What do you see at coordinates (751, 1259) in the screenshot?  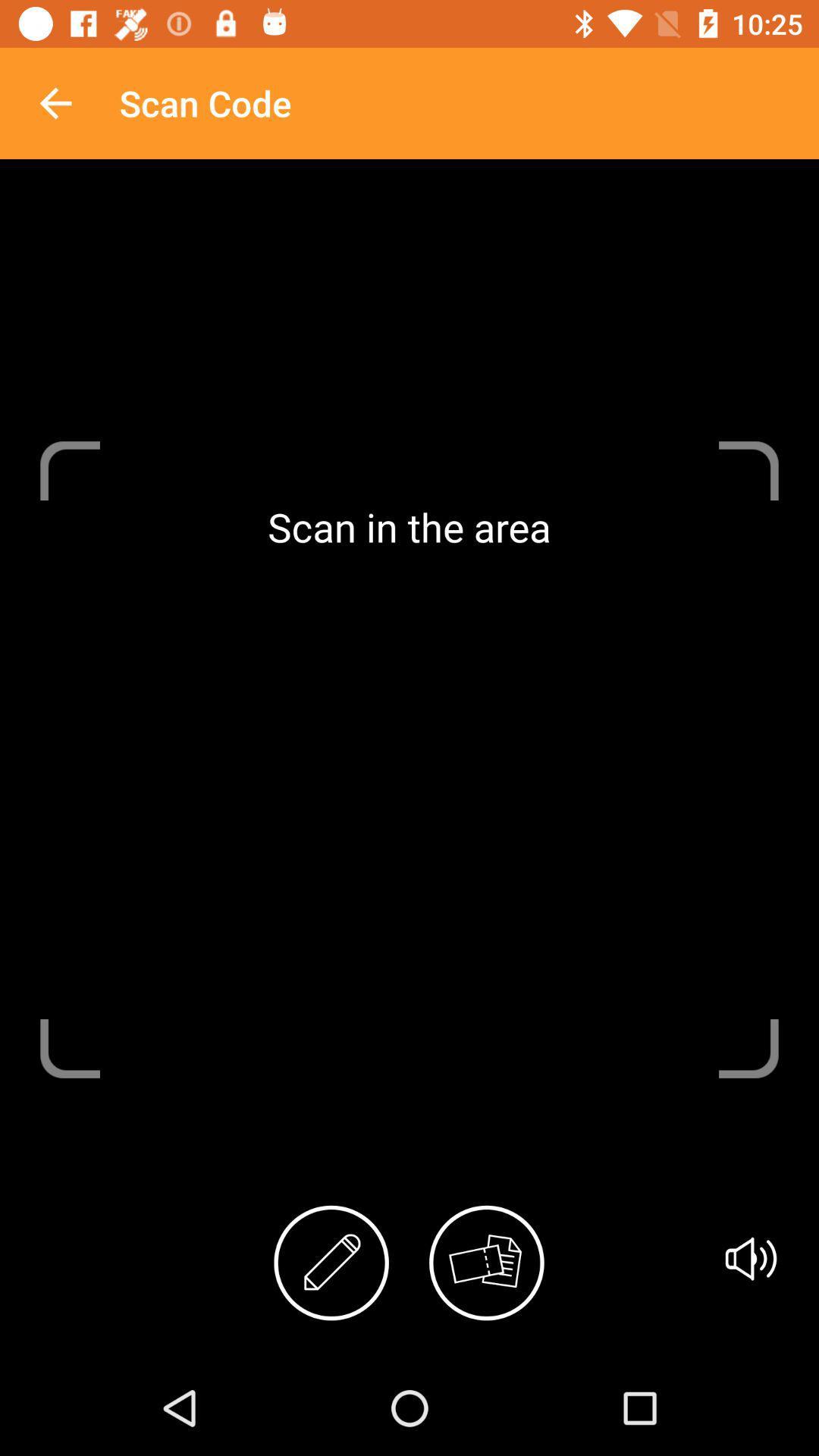 I see `item at the bottom right corner` at bounding box center [751, 1259].